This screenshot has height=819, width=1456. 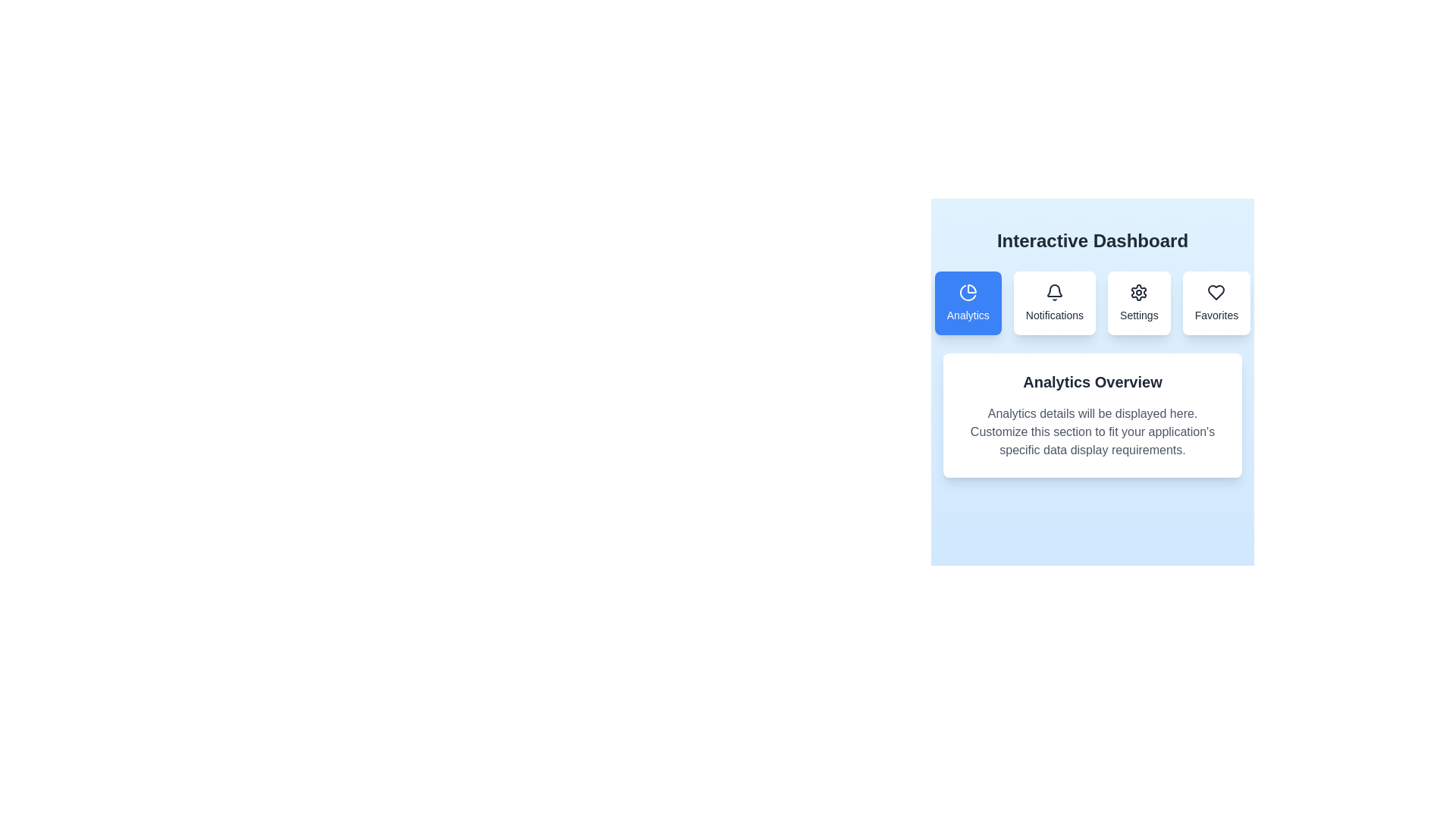 What do you see at coordinates (1216, 292) in the screenshot?
I see `the heart shape element within the 'Favorites' icon located in the top-right corner of the 'Interactive Dashboard'` at bounding box center [1216, 292].